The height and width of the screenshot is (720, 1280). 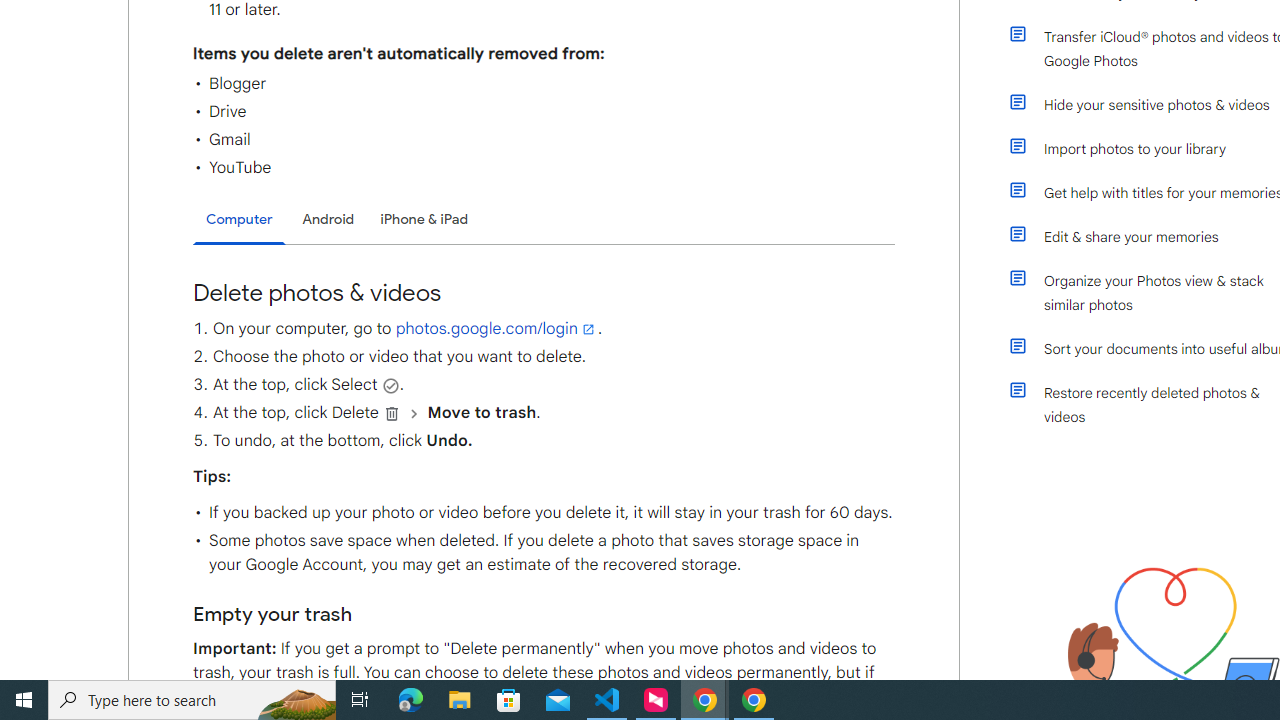 I want to click on 'Android', so click(x=328, y=219).